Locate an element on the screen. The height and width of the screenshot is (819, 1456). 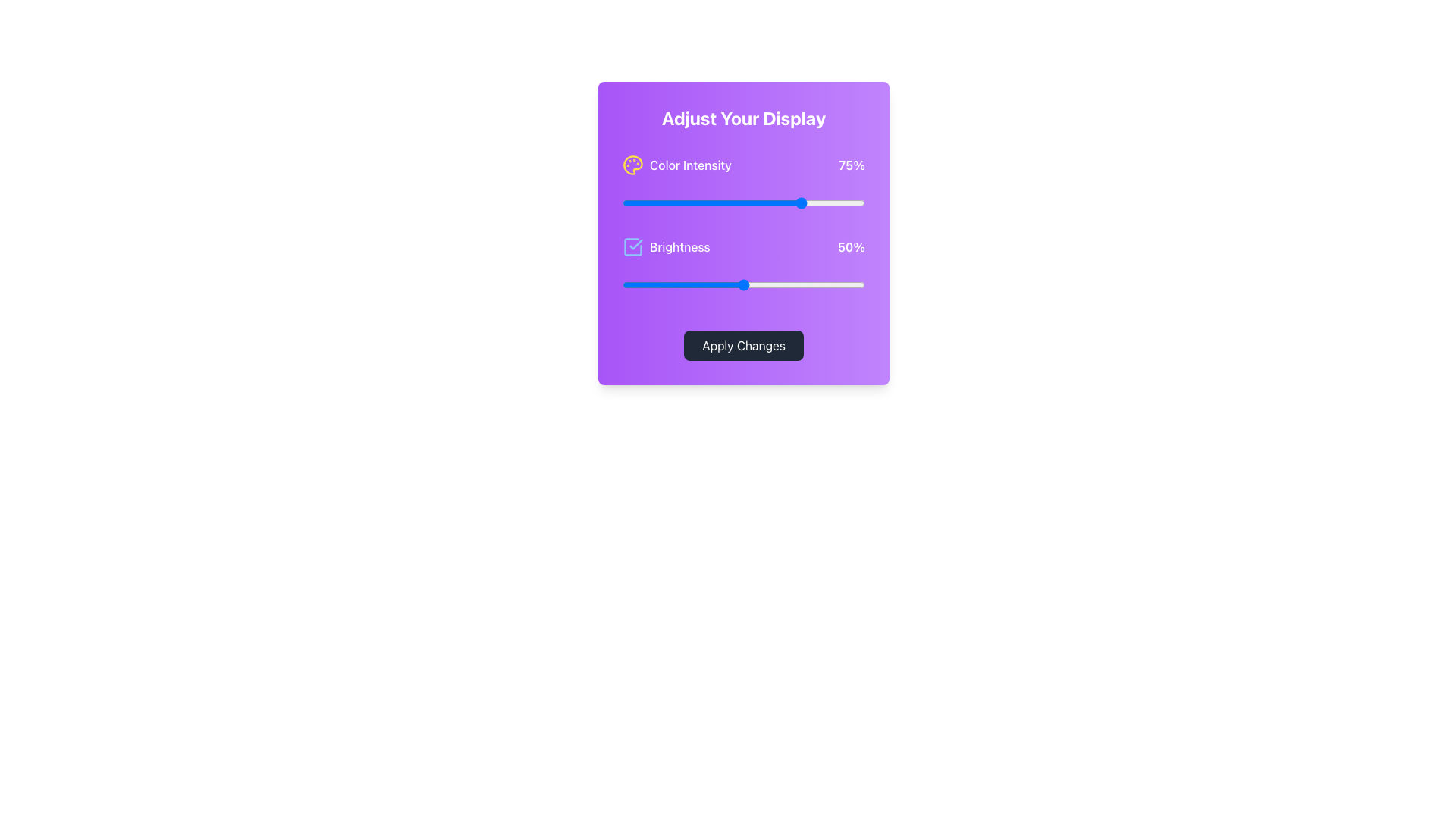
the painter's palette icon, which has a circular outline with multiple small holes, located to the left of 'Color Intensity' and before '75%', in the 'Adjust Your Display' dialog box is located at coordinates (633, 165).